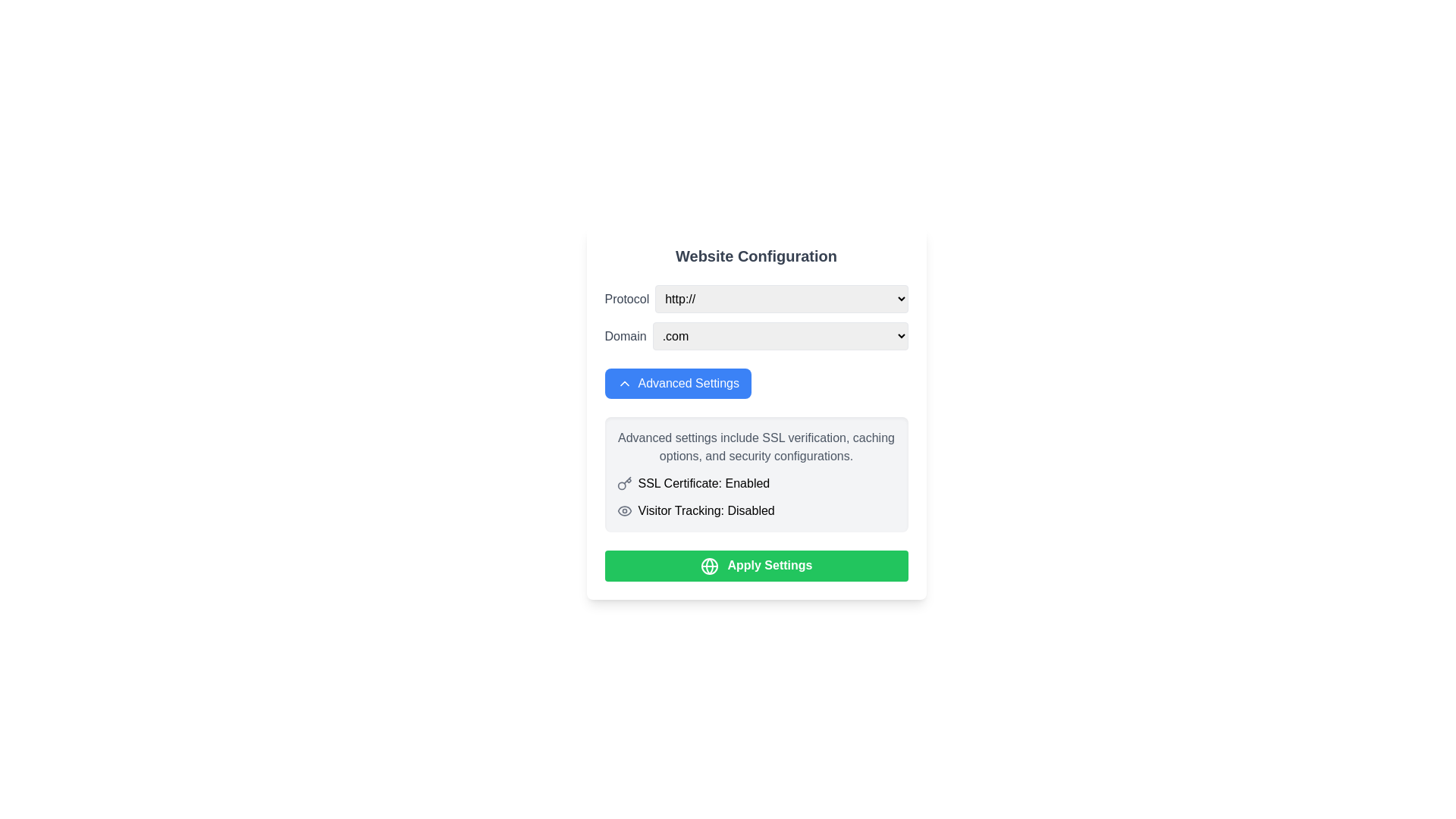 The height and width of the screenshot is (819, 1456). Describe the element at coordinates (677, 382) in the screenshot. I see `the toggle button for the 'Advanced Settings' section located in the 'Website Configuration' interface` at that location.